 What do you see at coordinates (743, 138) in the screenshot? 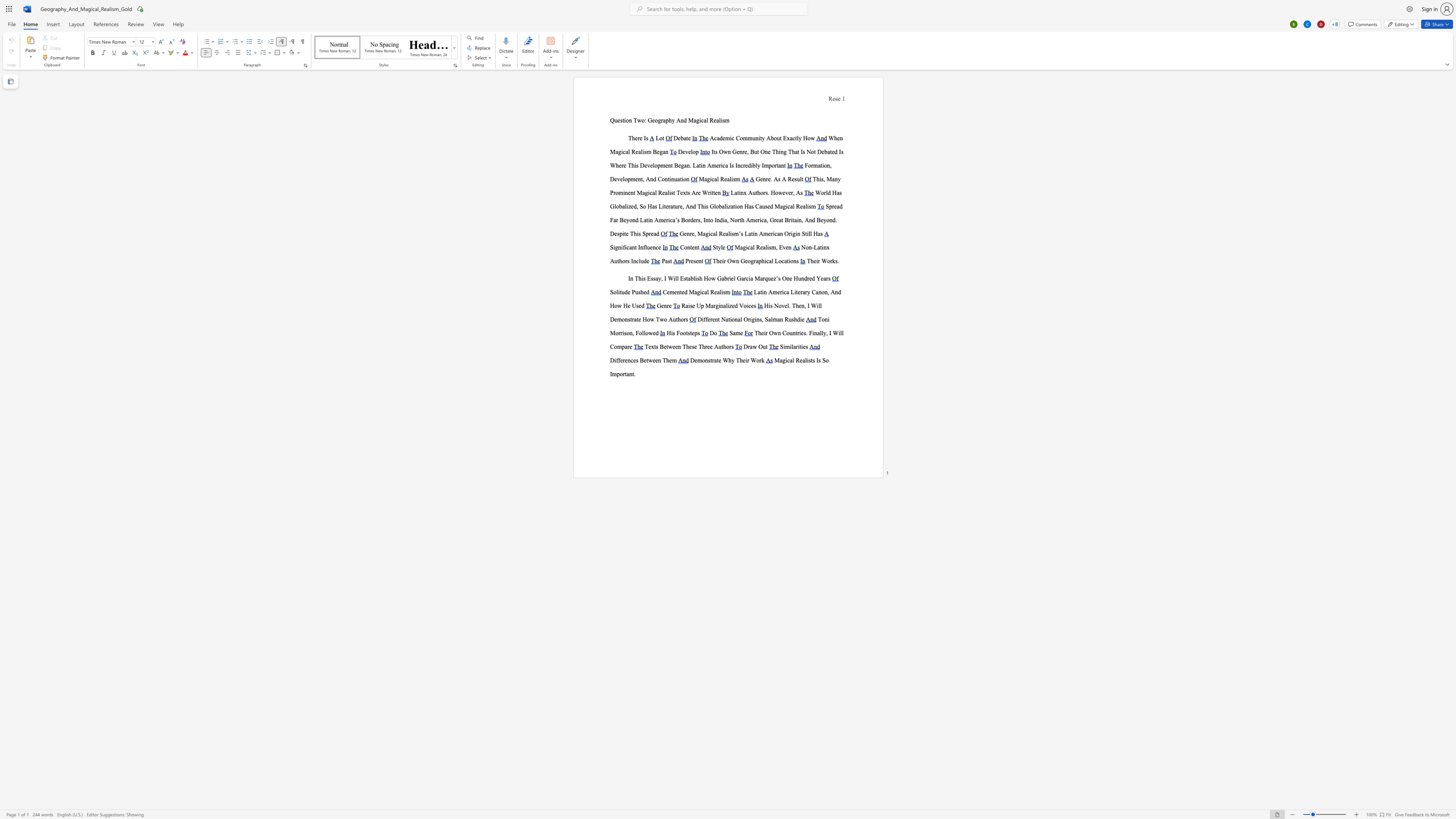
I see `the space between the continuous character "o" and "m" in the text` at bounding box center [743, 138].